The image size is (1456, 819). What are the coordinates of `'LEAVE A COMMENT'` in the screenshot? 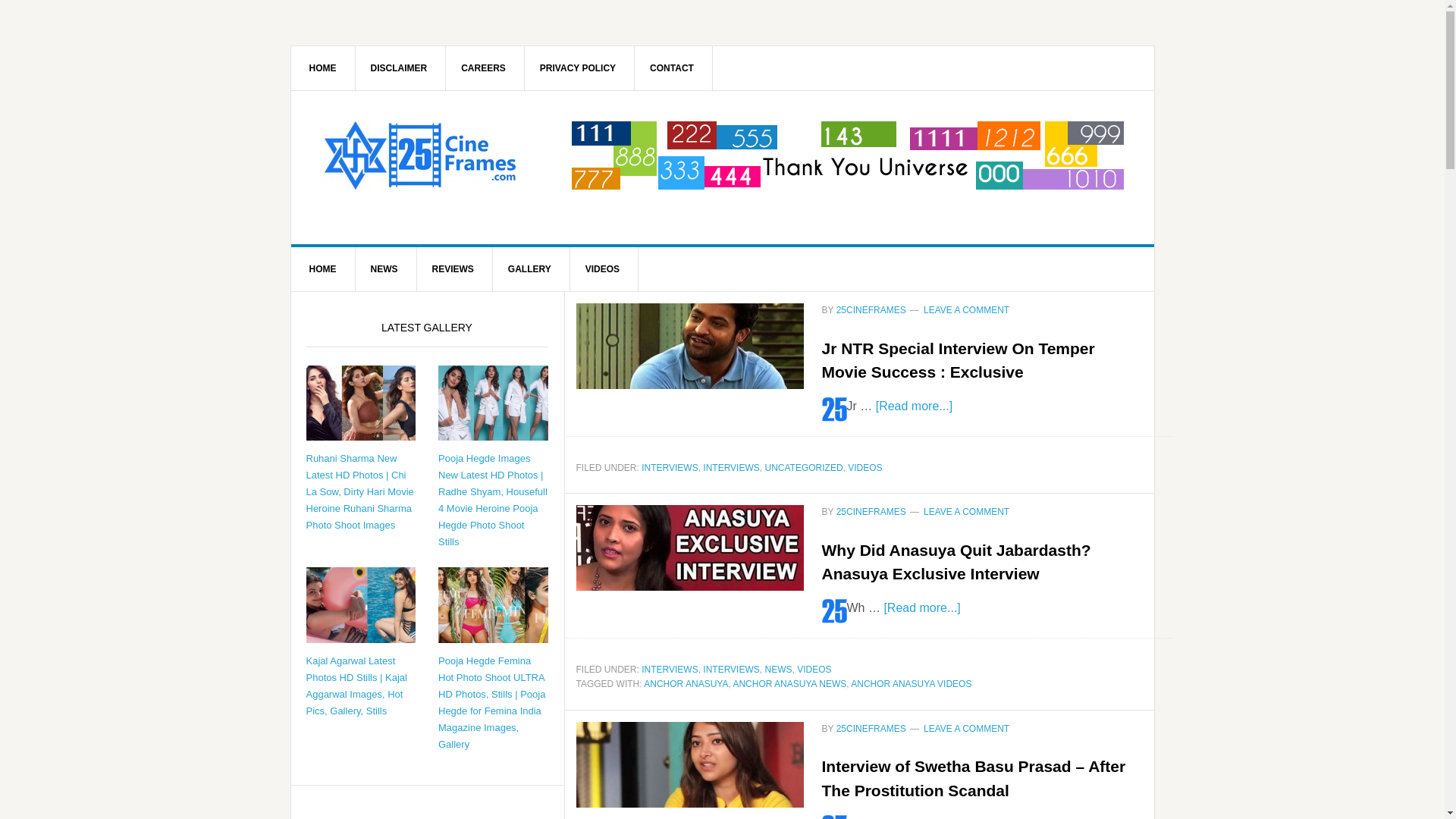 It's located at (923, 727).